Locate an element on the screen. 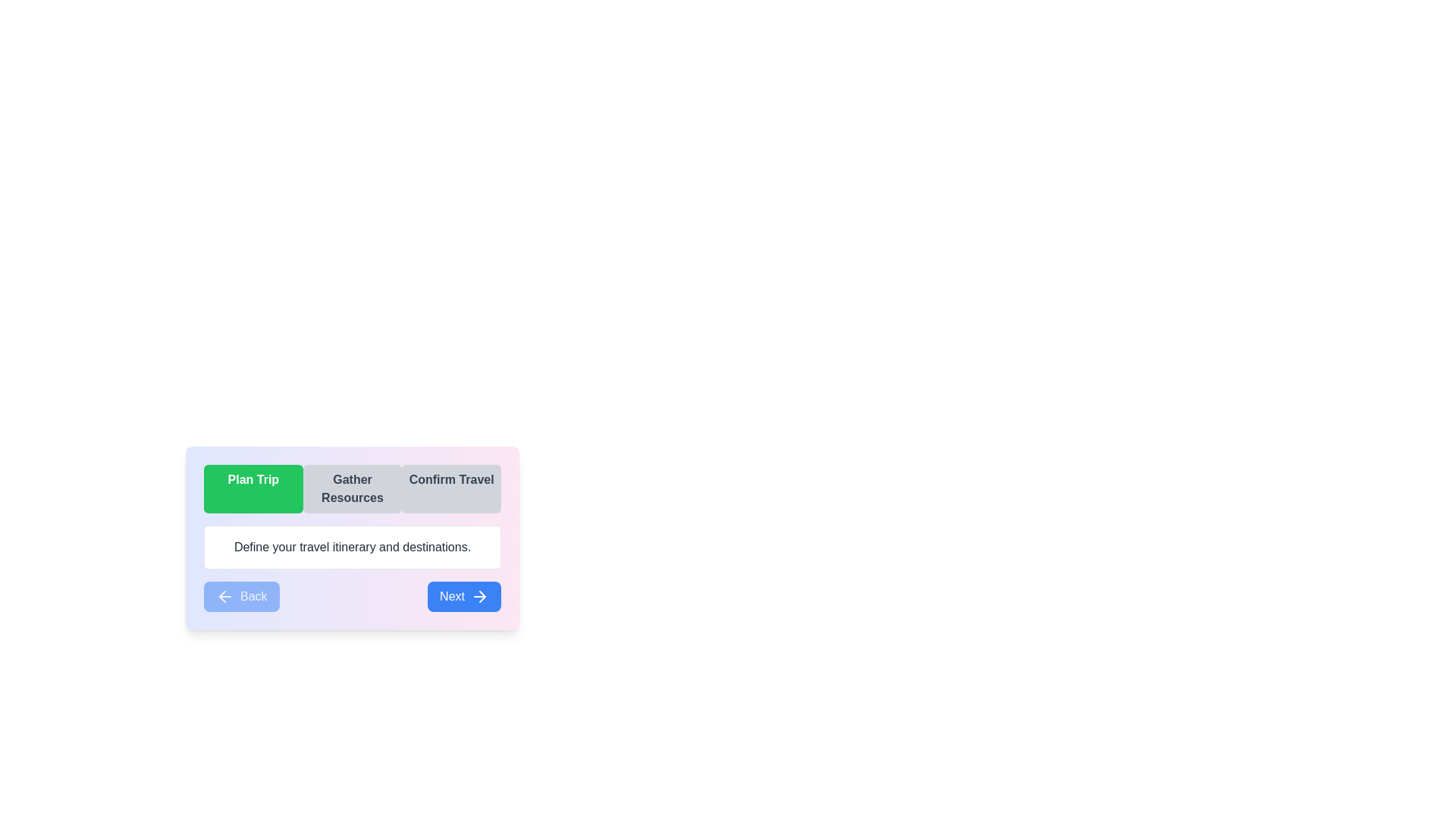 This screenshot has height=819, width=1456. the 'Confirm Travel' button, which is a rectangular button with a gray background and bold dark gray text, positioned as the third button in a horizontal group is located at coordinates (450, 488).